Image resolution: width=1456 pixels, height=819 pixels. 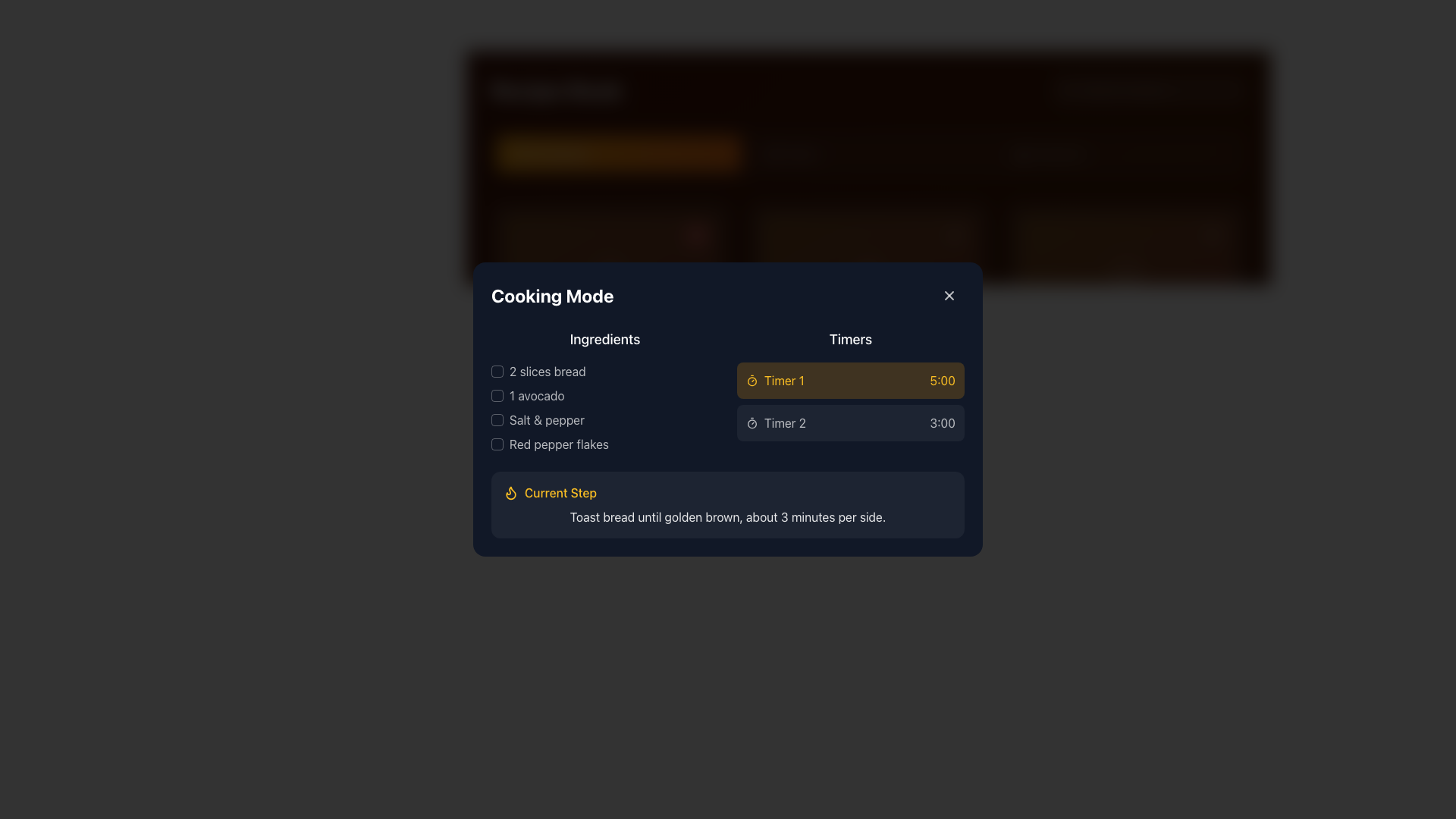 What do you see at coordinates (909, 358) in the screenshot?
I see `the star icon located next to the 'Timer 1' text in the Timers section, which indicates the Timer 1 feature` at bounding box center [909, 358].